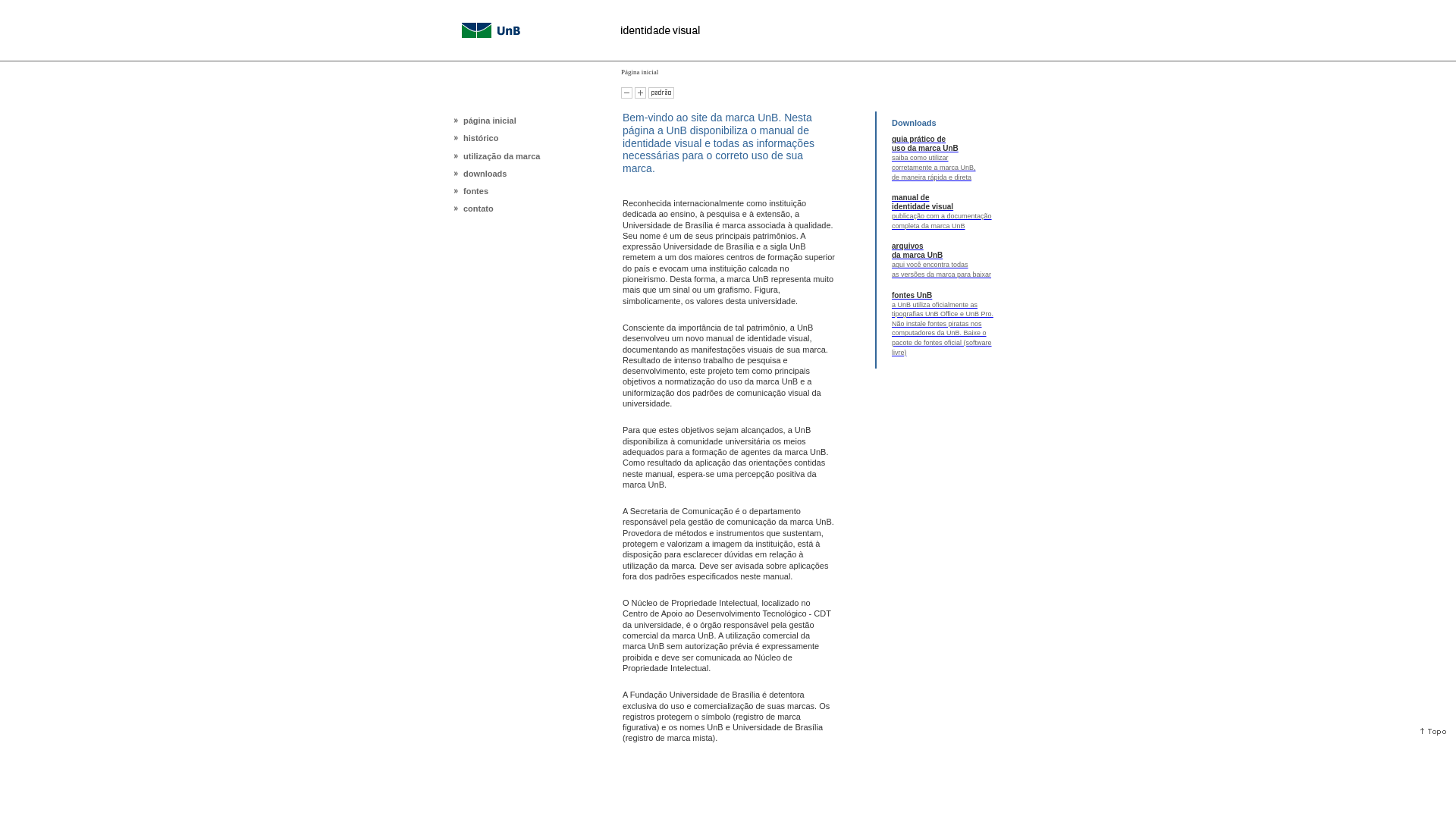 The height and width of the screenshot is (819, 1456). I want to click on 'downloads', so click(505, 171).